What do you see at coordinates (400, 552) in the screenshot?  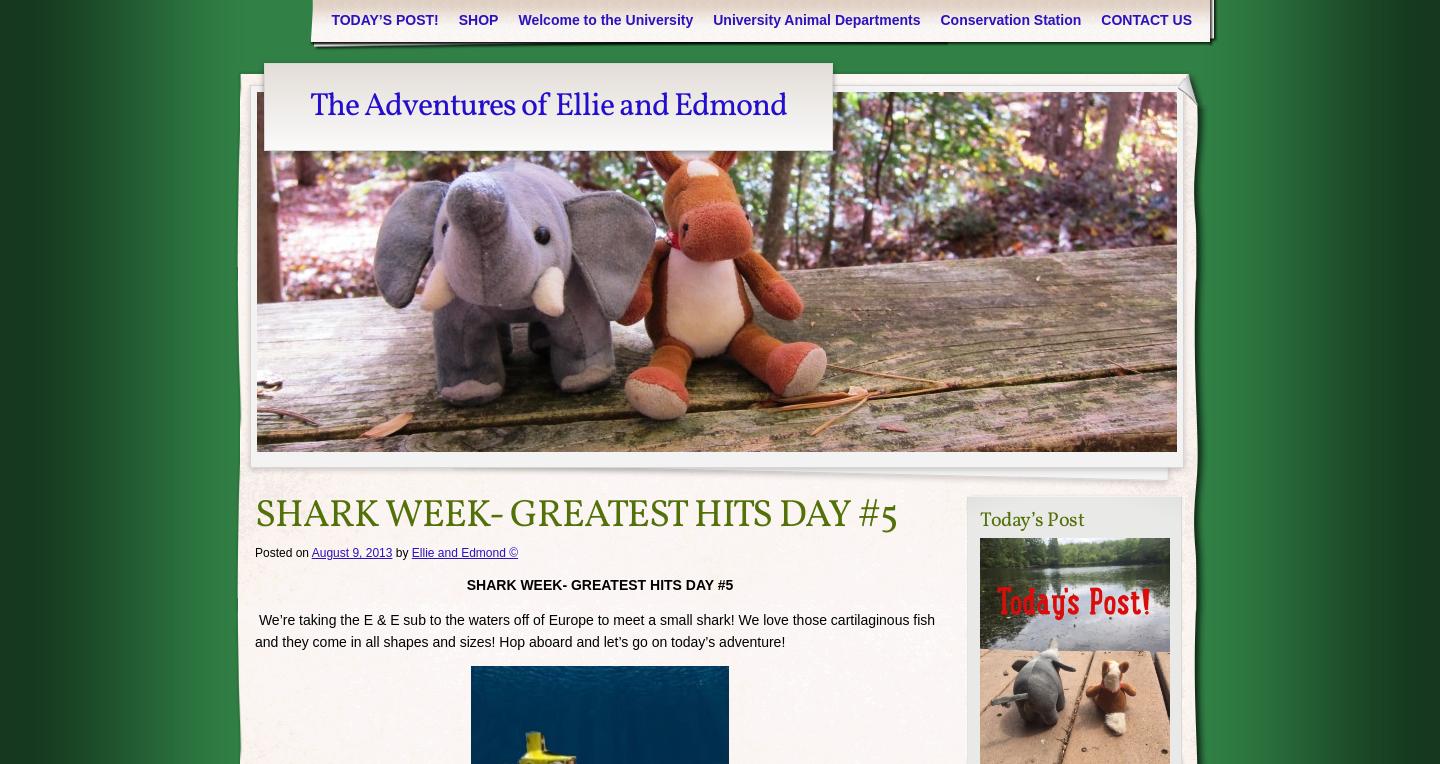 I see `'by'` at bounding box center [400, 552].